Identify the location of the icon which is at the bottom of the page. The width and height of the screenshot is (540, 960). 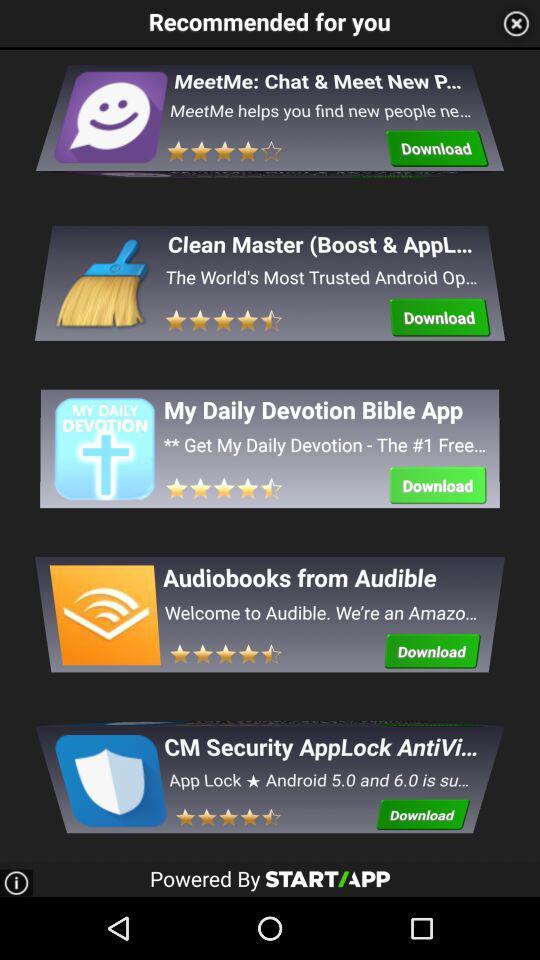
(109, 767).